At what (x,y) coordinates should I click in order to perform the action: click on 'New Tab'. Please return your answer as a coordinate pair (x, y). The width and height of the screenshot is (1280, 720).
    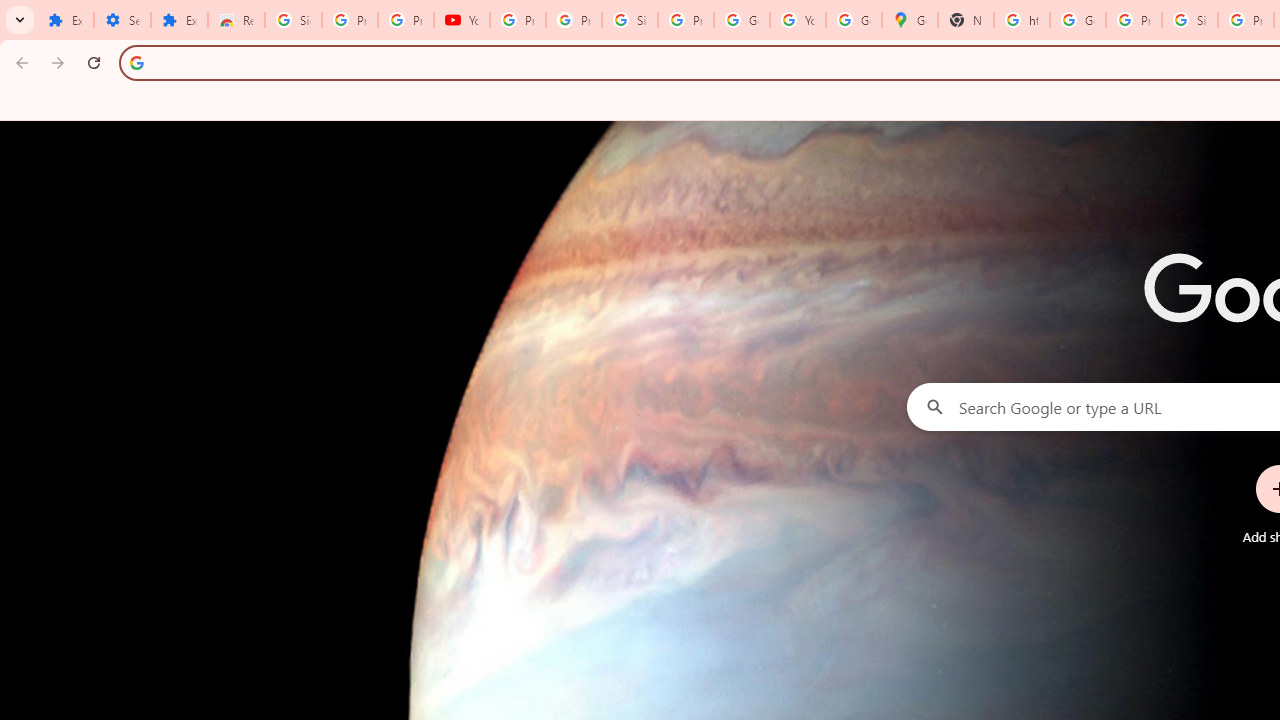
    Looking at the image, I should click on (966, 20).